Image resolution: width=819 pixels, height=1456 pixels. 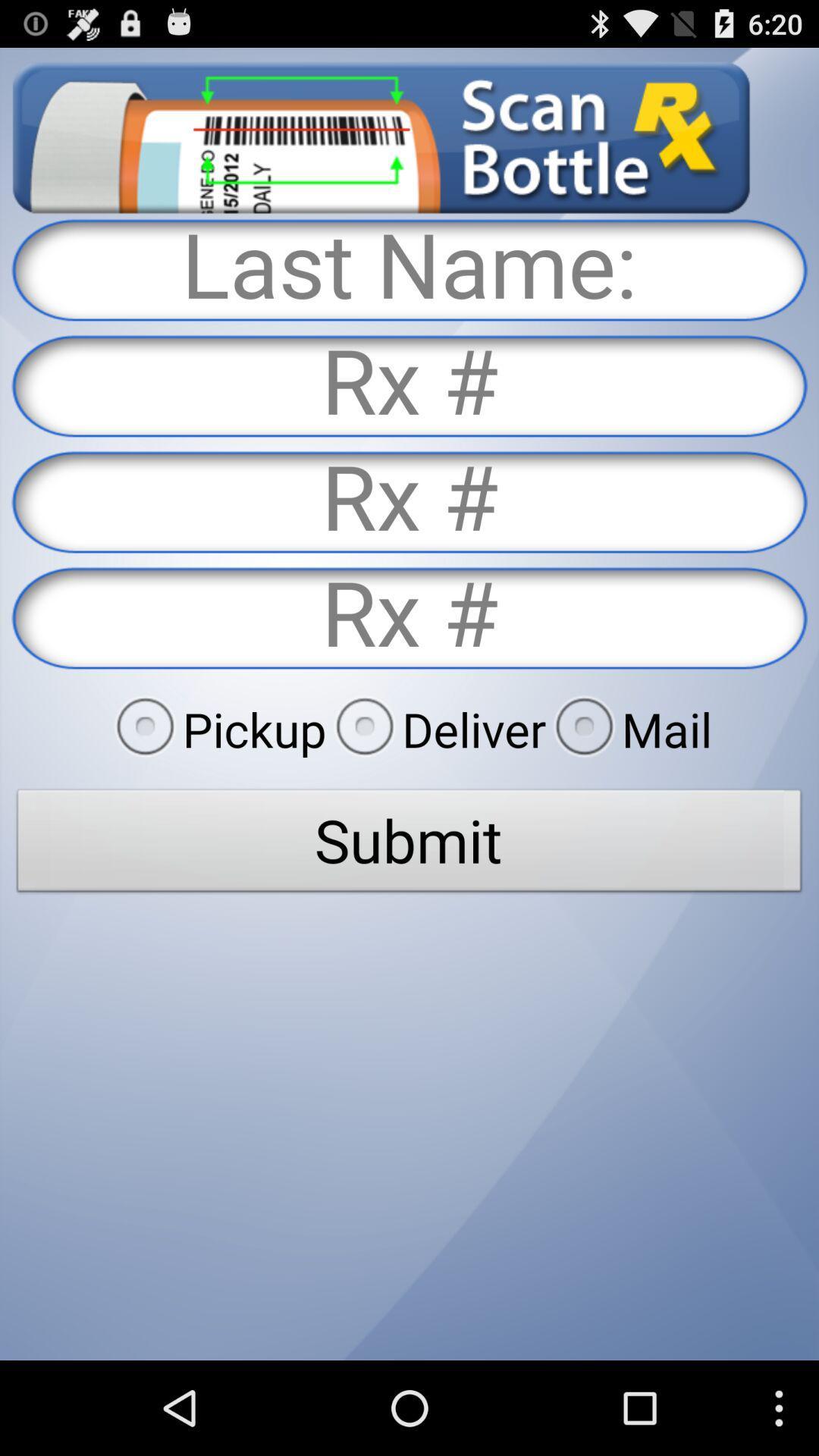 I want to click on mail item, so click(x=629, y=729).